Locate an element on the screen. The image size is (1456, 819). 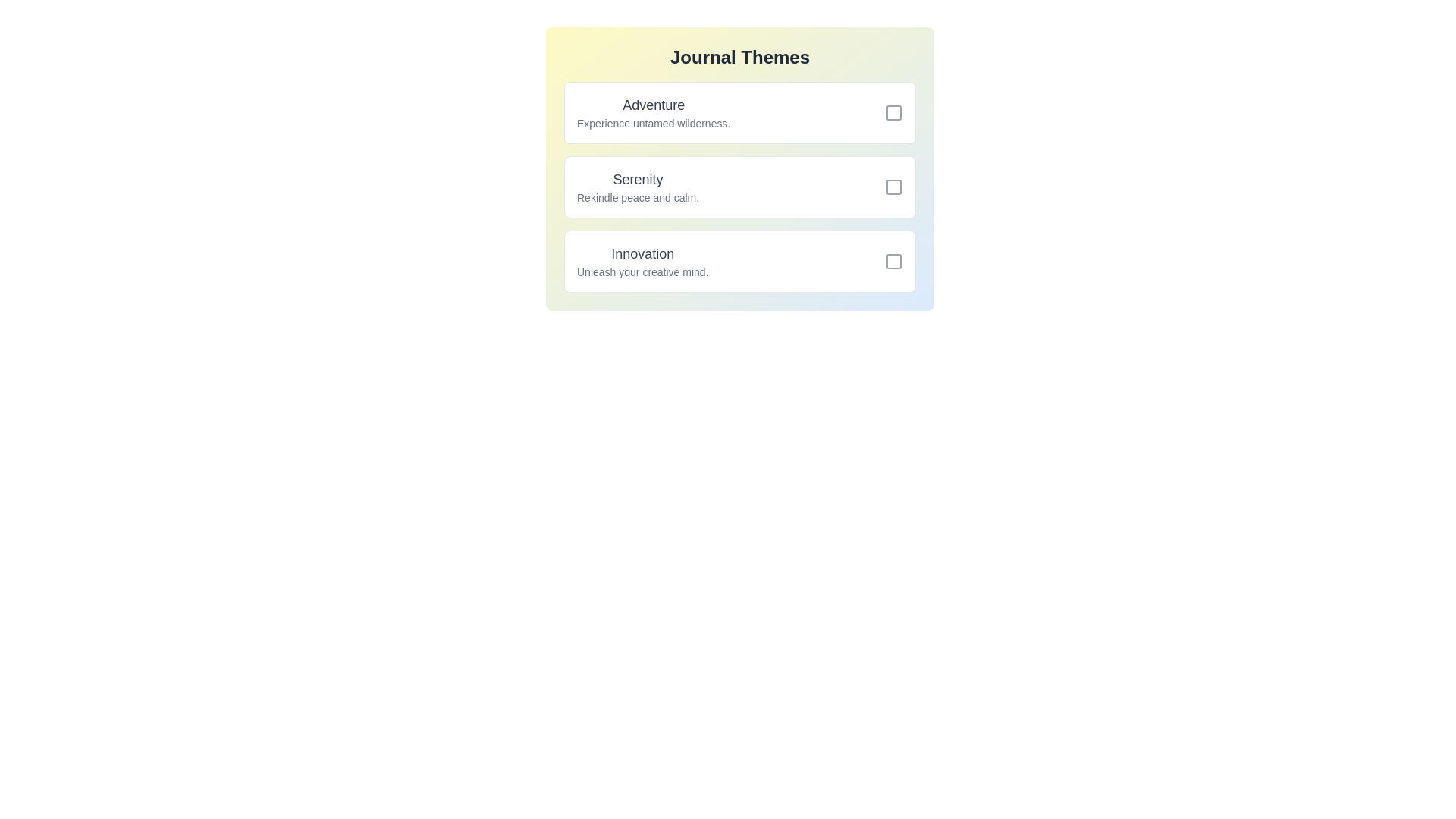
the second selectable option in the 'Journal Themes' list, which is associated with the theme 'Serenity' is located at coordinates (739, 186).